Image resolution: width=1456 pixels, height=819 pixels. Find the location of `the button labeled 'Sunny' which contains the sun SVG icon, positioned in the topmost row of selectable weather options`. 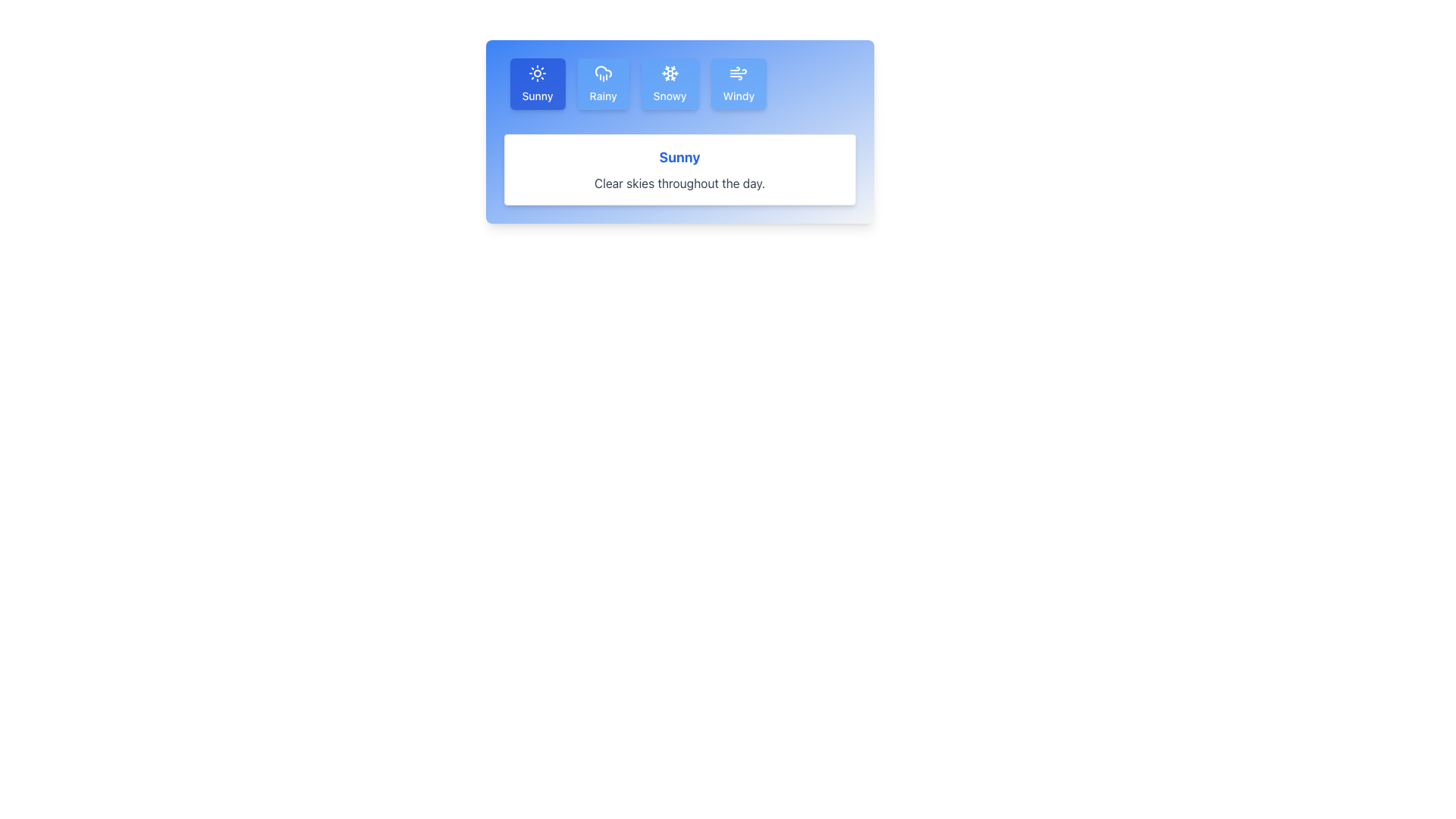

the button labeled 'Sunny' which contains the sun SVG icon, positioned in the topmost row of selectable weather options is located at coordinates (538, 73).